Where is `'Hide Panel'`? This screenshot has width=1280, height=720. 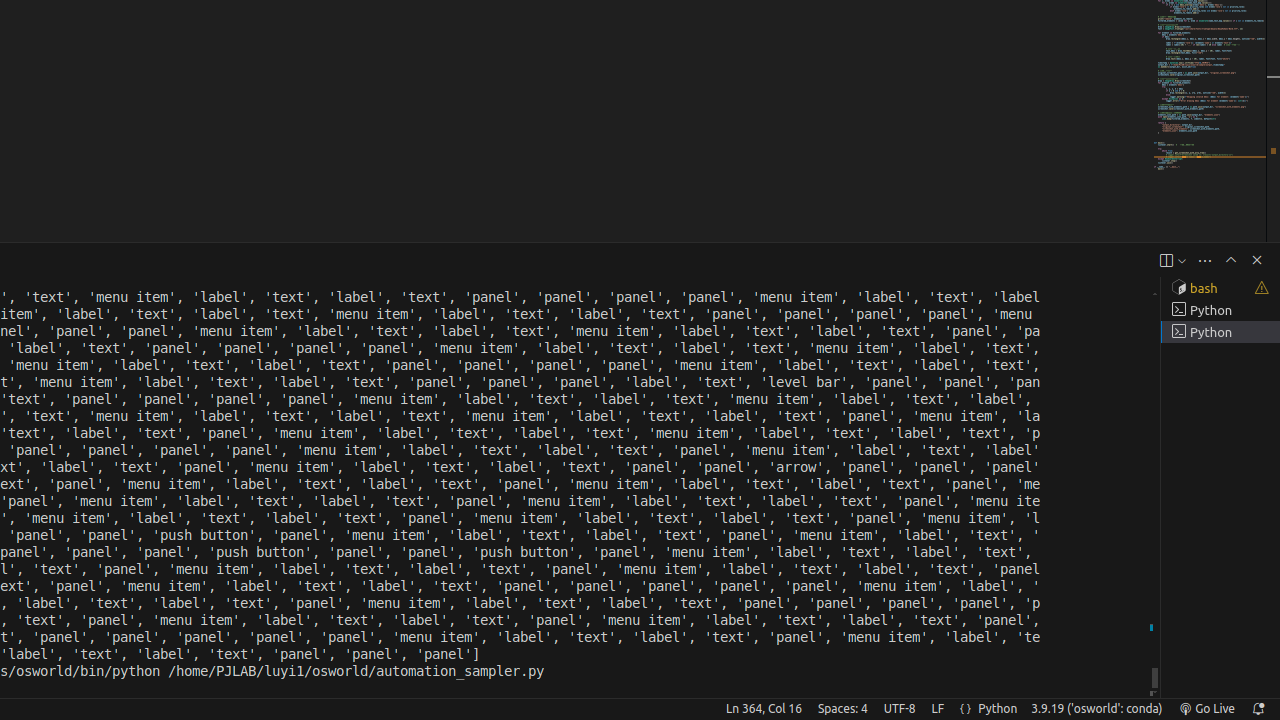
'Hide Panel' is located at coordinates (1255, 258).